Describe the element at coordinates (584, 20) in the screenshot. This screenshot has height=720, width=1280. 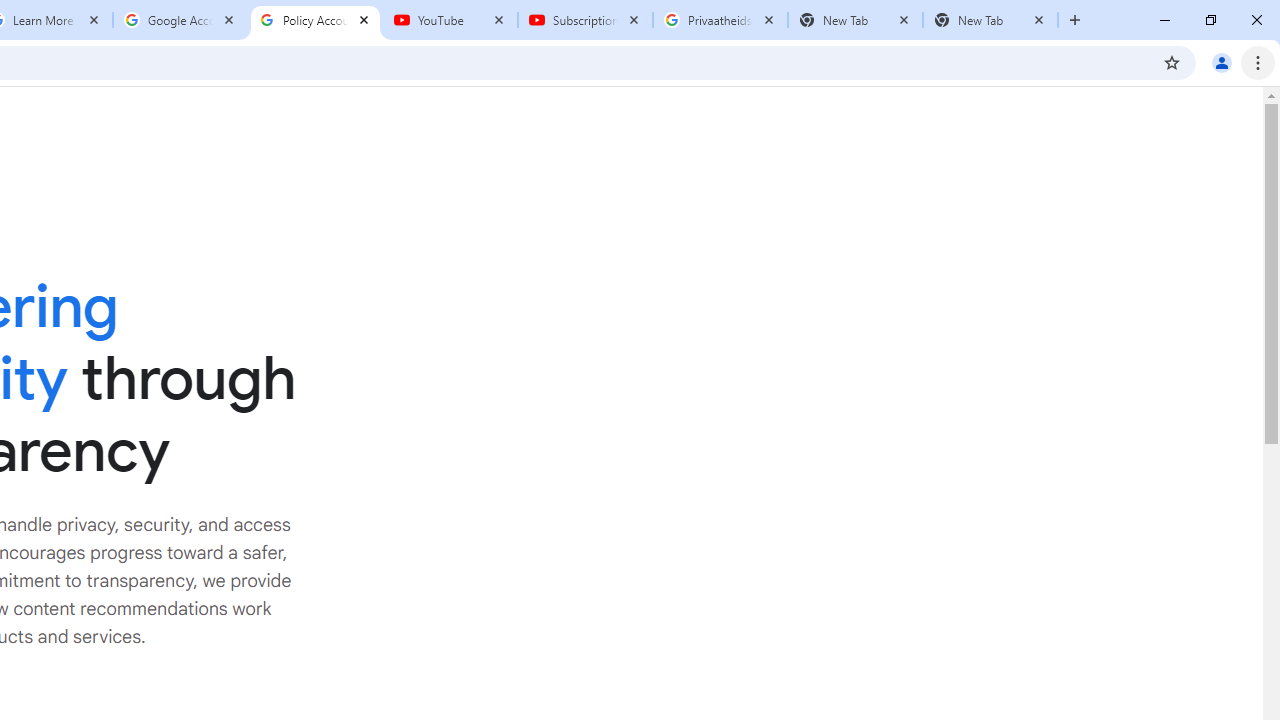
I see `'Subscriptions - YouTube'` at that location.